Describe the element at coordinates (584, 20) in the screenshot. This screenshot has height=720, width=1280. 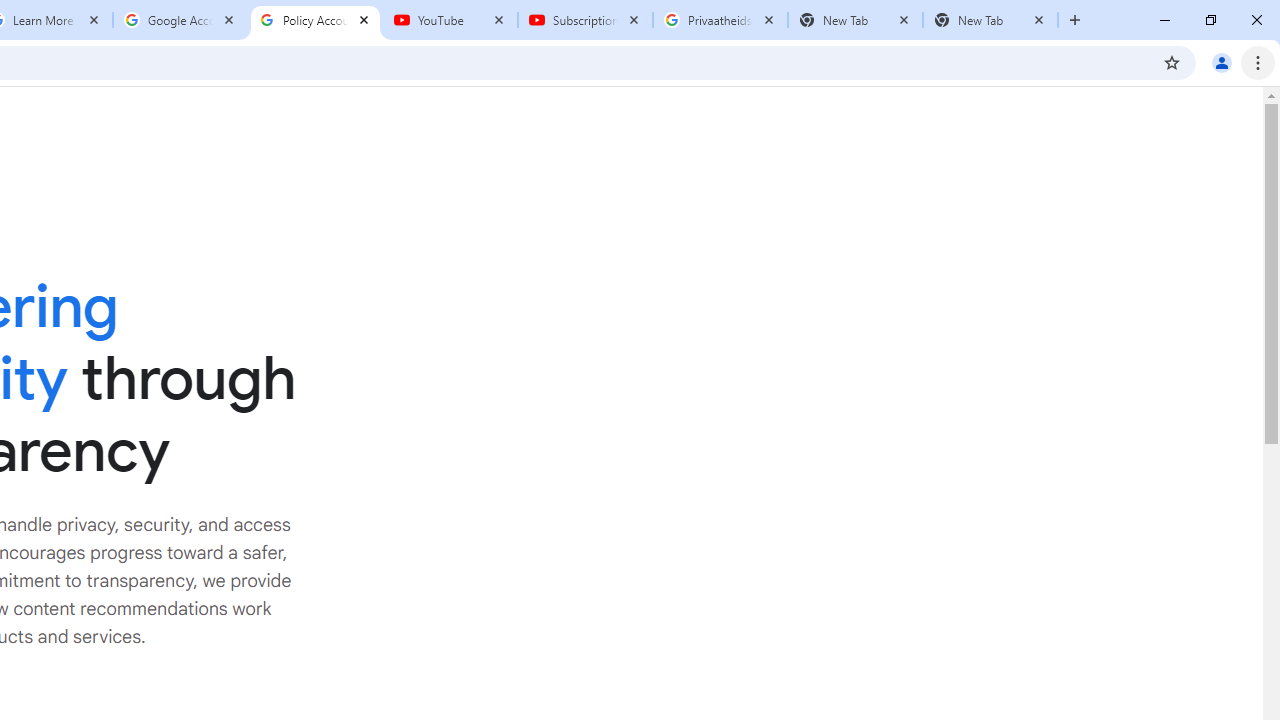
I see `'Subscriptions - YouTube'` at that location.